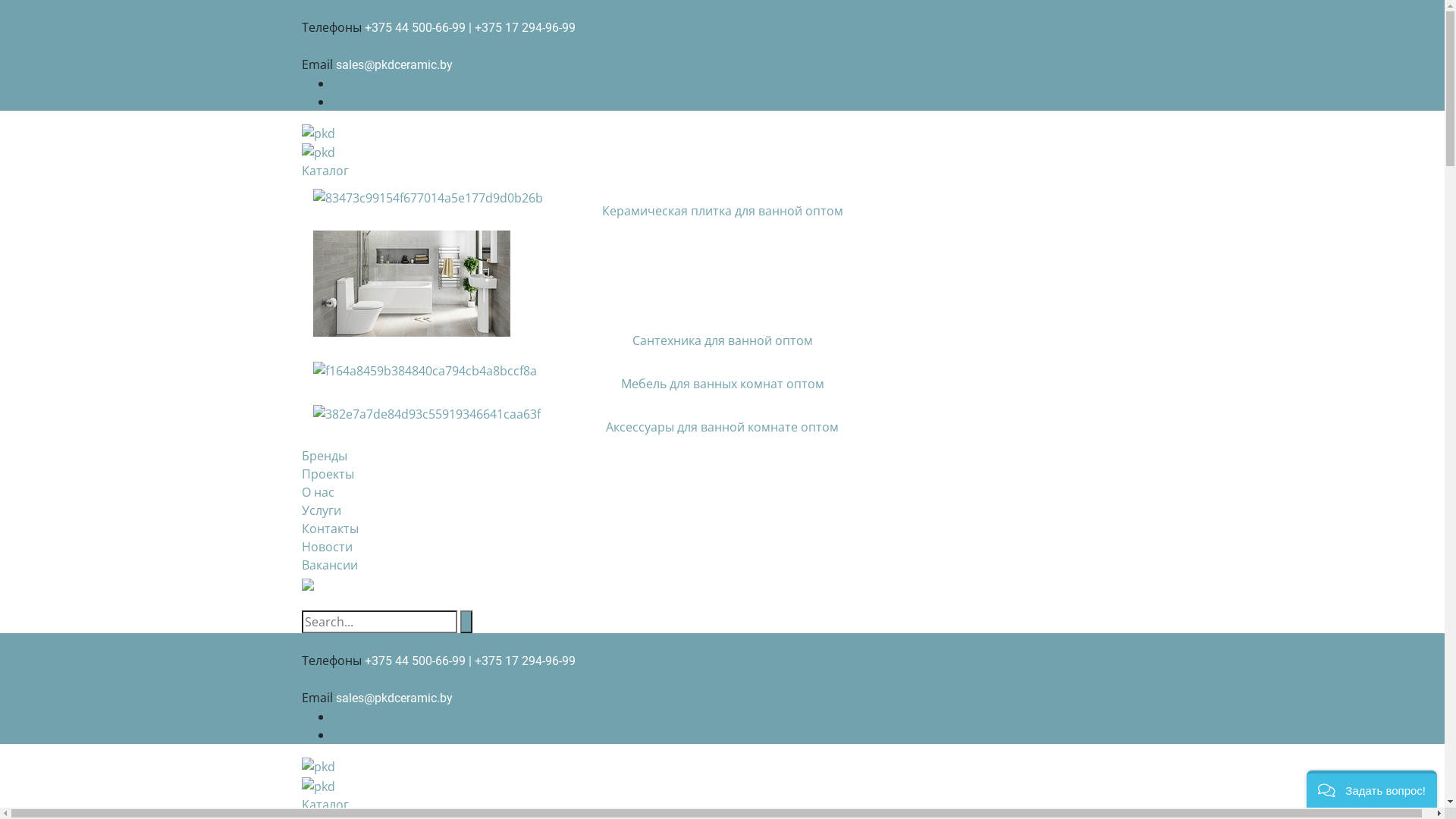 Image resolution: width=1456 pixels, height=819 pixels. What do you see at coordinates (393, 64) in the screenshot?
I see `'sales@pkdceramic.by'` at bounding box center [393, 64].